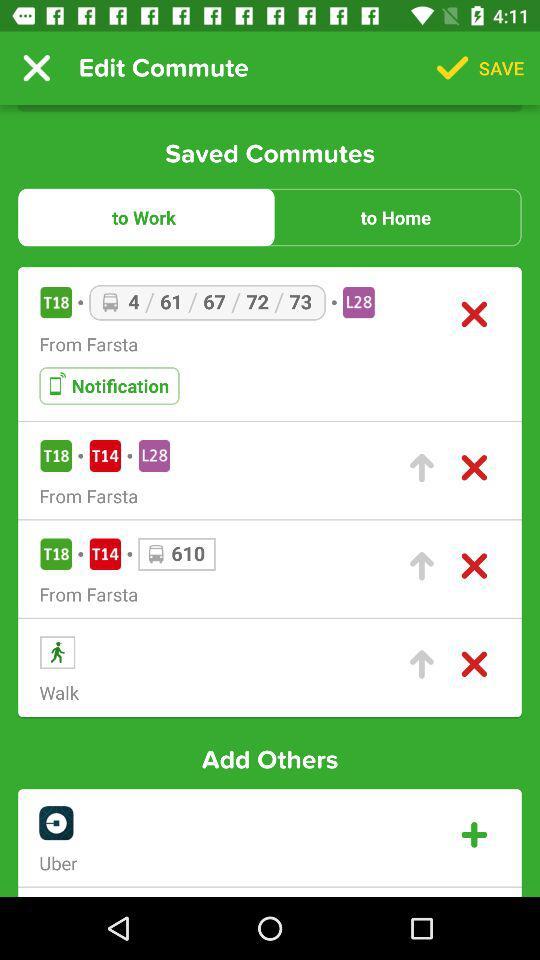 Image resolution: width=540 pixels, height=960 pixels. Describe the element at coordinates (473, 664) in the screenshot. I see `remove` at that location.